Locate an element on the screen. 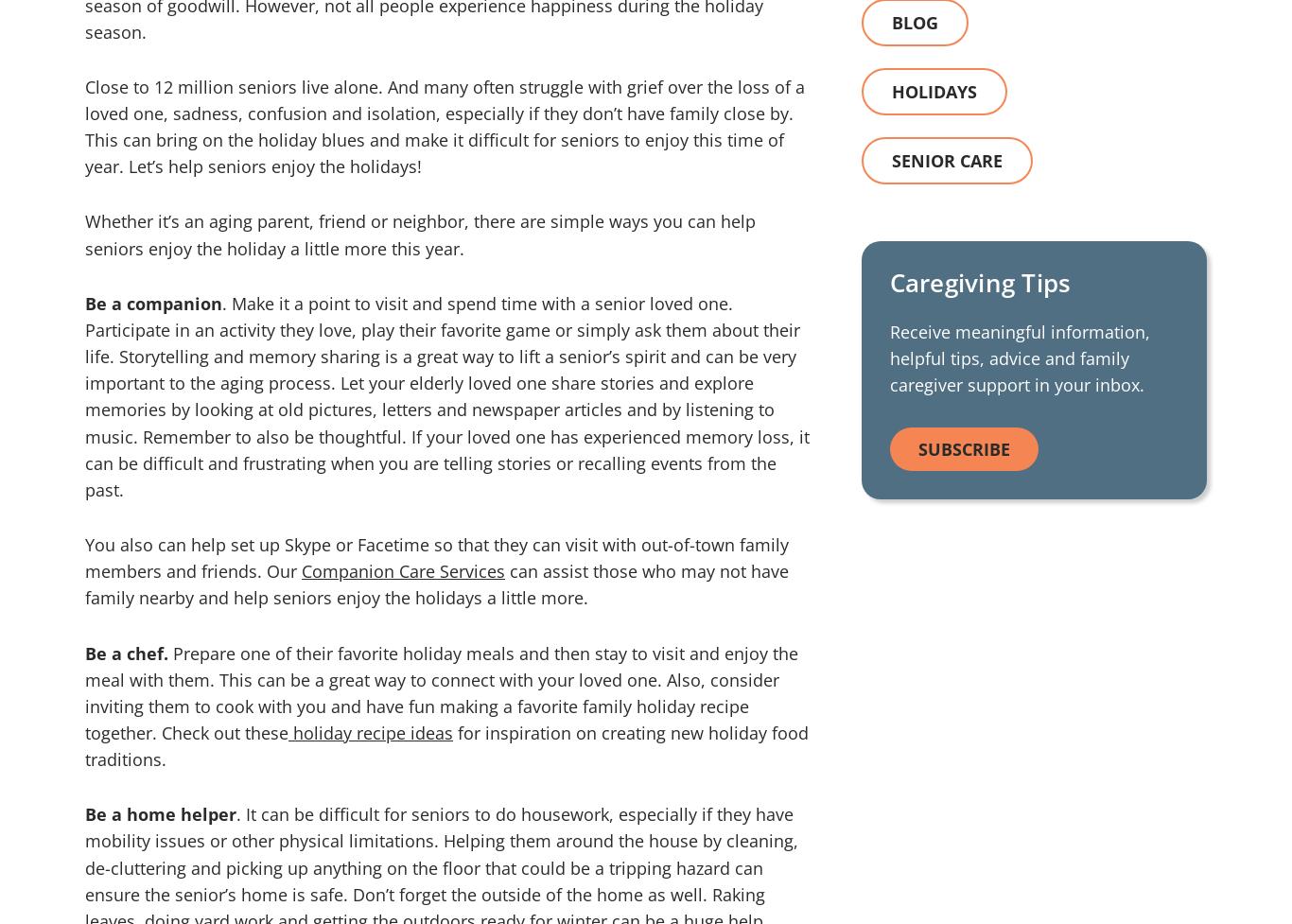 The image size is (1292, 924). 'Terms of Service' is located at coordinates (813, 573).